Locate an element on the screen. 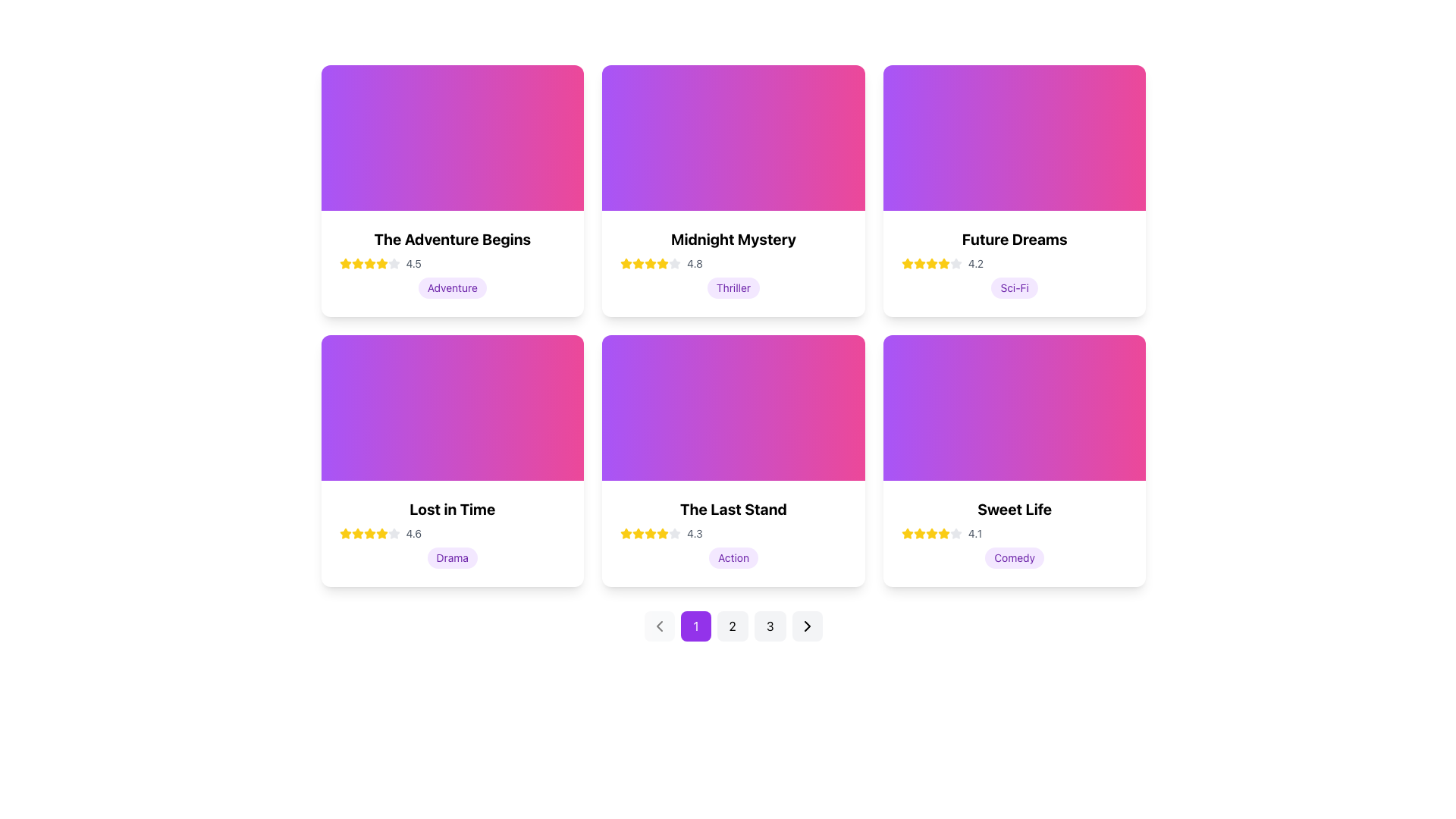 The image size is (1456, 819). the pagination button labeled '2' is located at coordinates (733, 626).